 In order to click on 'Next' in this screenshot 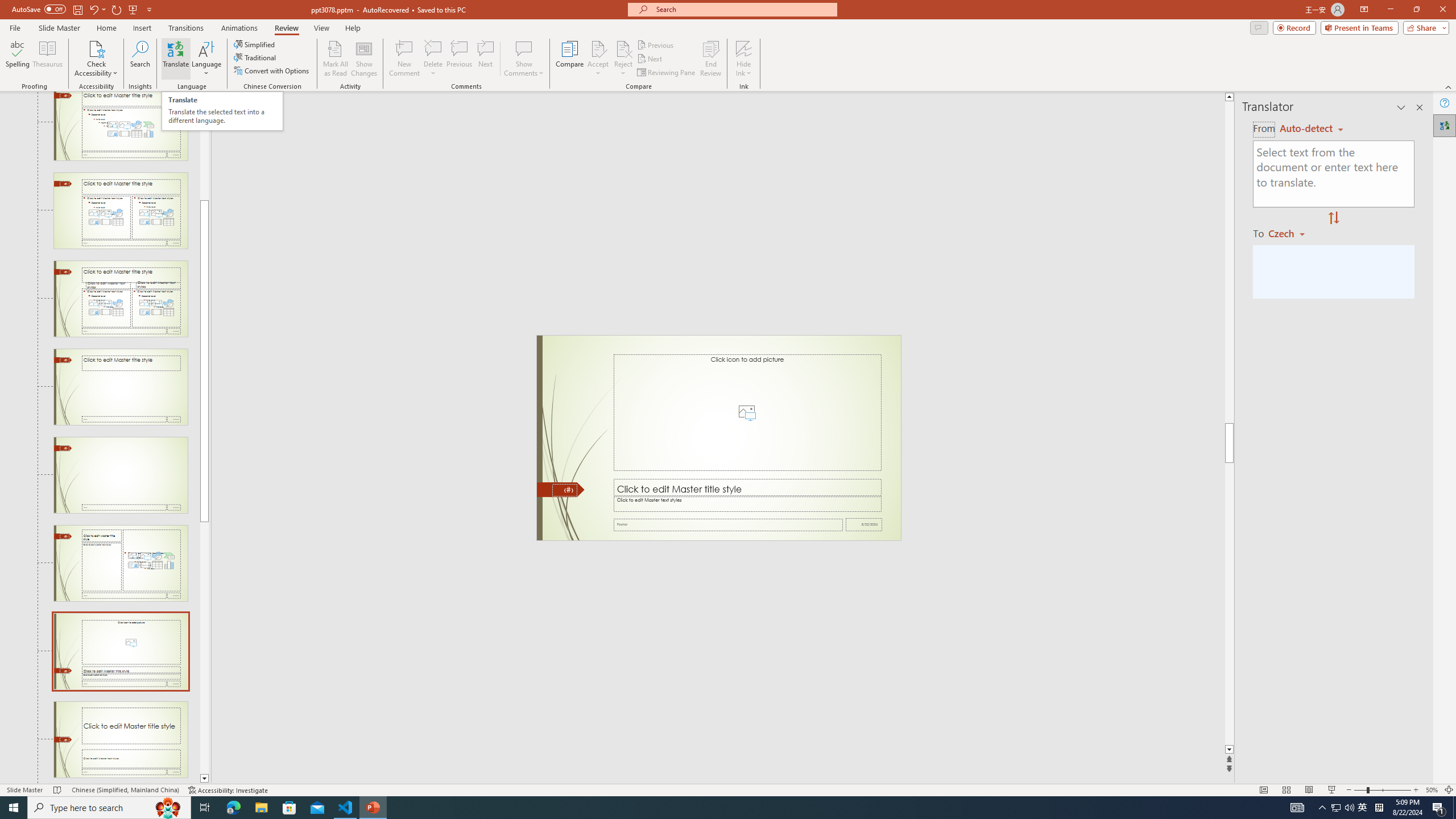, I will do `click(650, 59)`.